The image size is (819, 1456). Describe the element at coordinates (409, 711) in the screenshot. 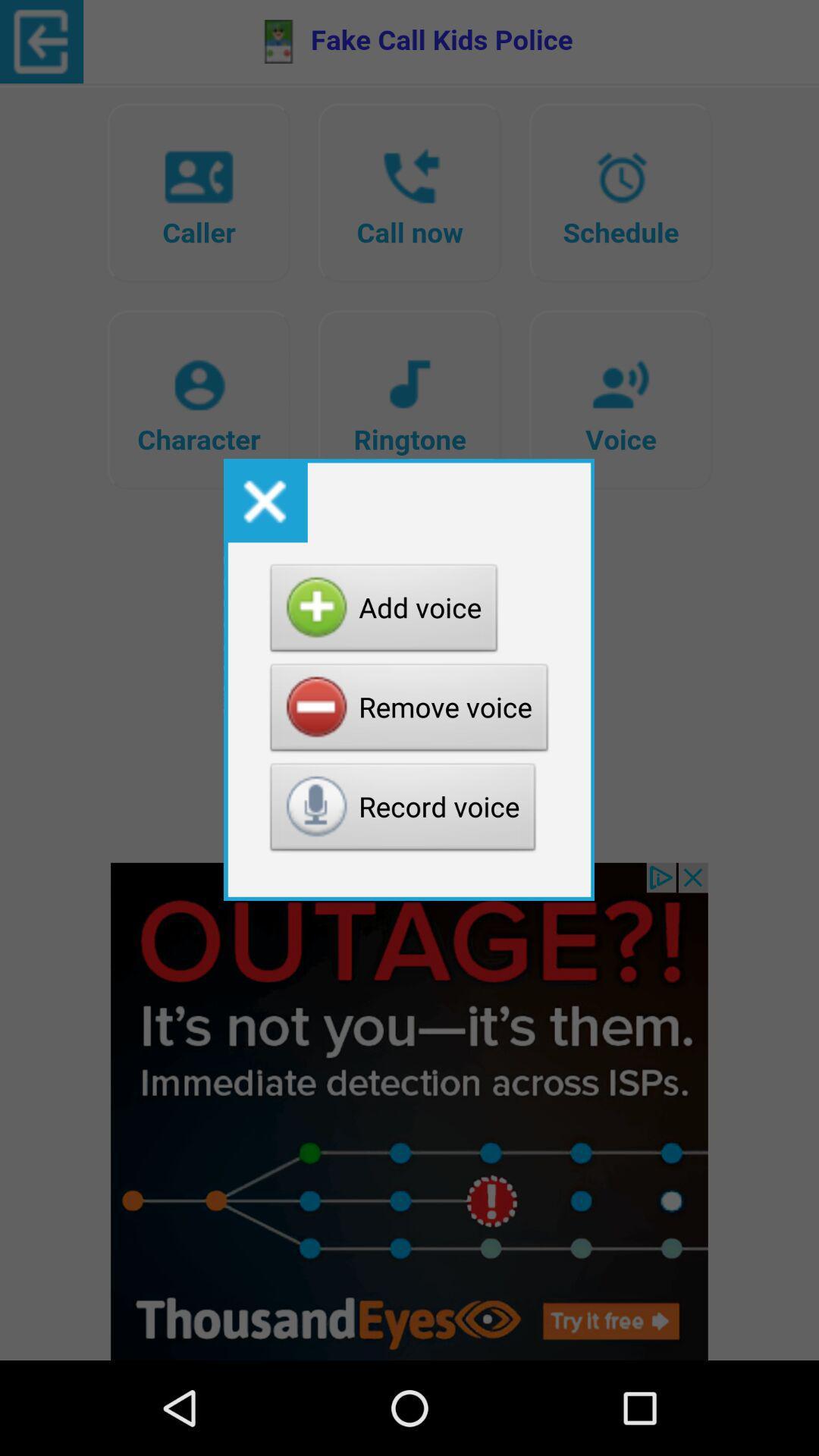

I see `the remove voice button` at that location.